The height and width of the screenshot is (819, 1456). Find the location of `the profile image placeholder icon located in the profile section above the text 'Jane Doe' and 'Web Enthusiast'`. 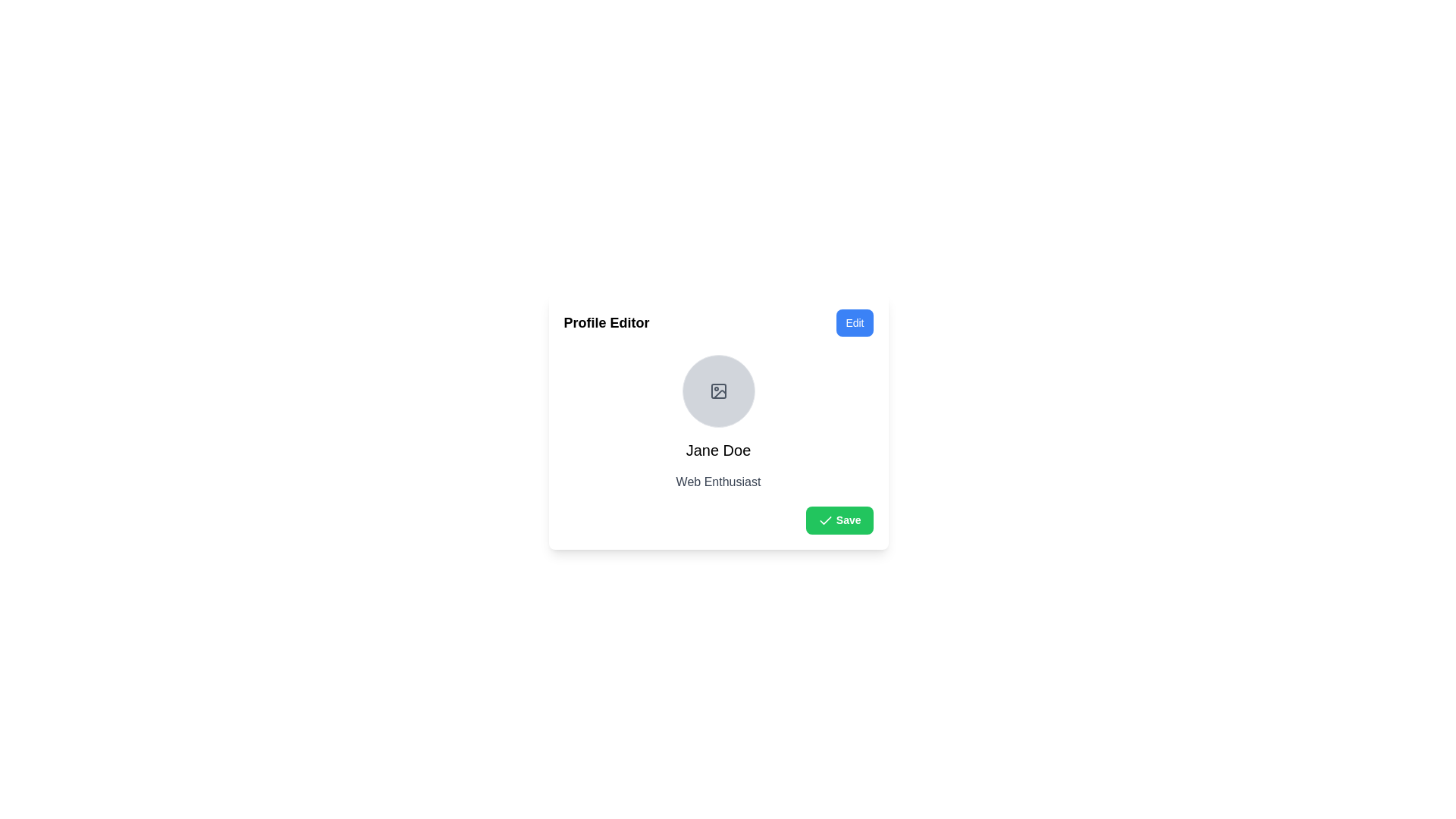

the profile image placeholder icon located in the profile section above the text 'Jane Doe' and 'Web Enthusiast' is located at coordinates (719, 394).